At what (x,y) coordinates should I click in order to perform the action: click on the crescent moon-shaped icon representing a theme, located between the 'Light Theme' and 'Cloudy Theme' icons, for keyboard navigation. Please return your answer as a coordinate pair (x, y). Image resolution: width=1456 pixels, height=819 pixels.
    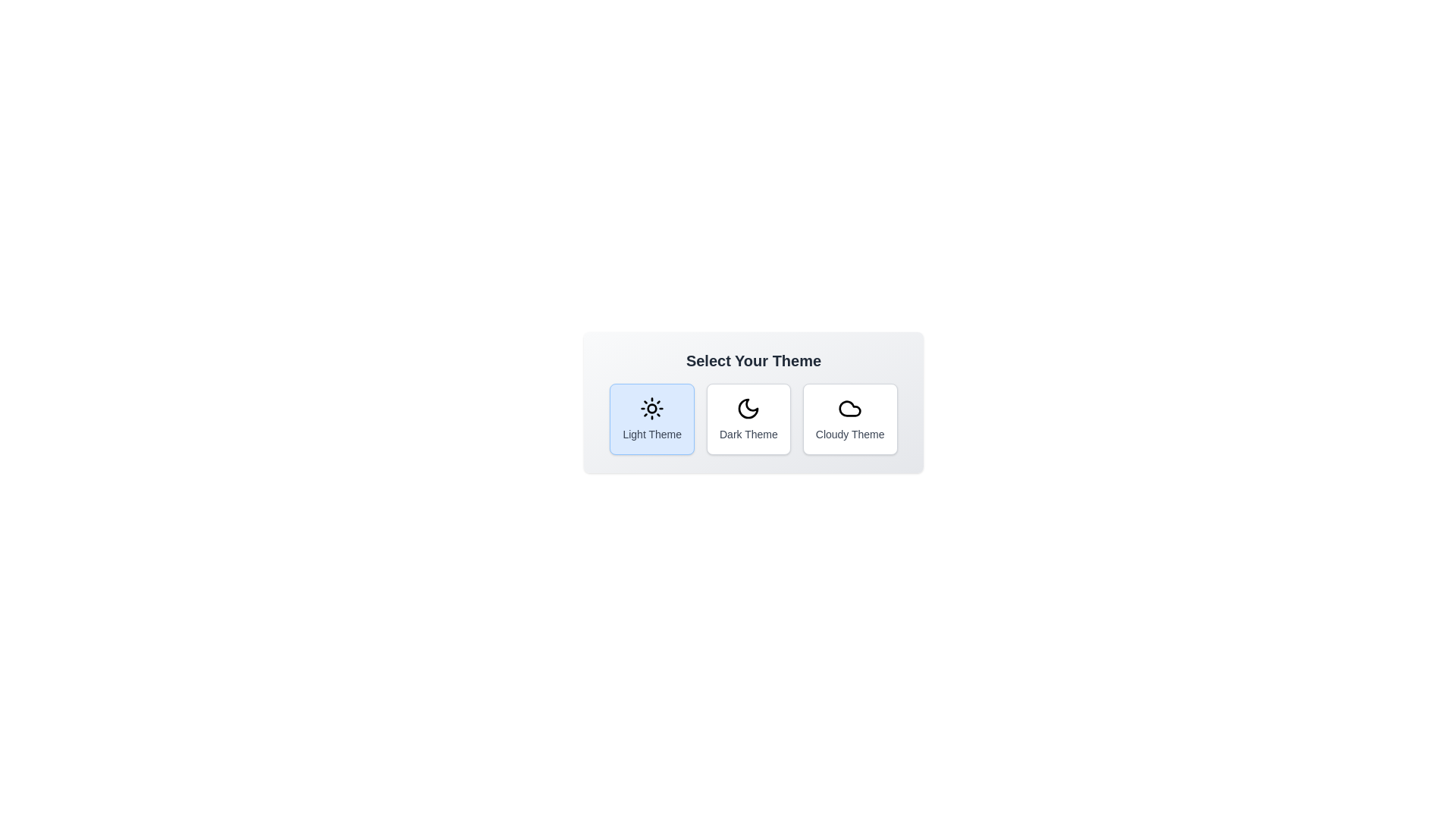
    Looking at the image, I should click on (748, 408).